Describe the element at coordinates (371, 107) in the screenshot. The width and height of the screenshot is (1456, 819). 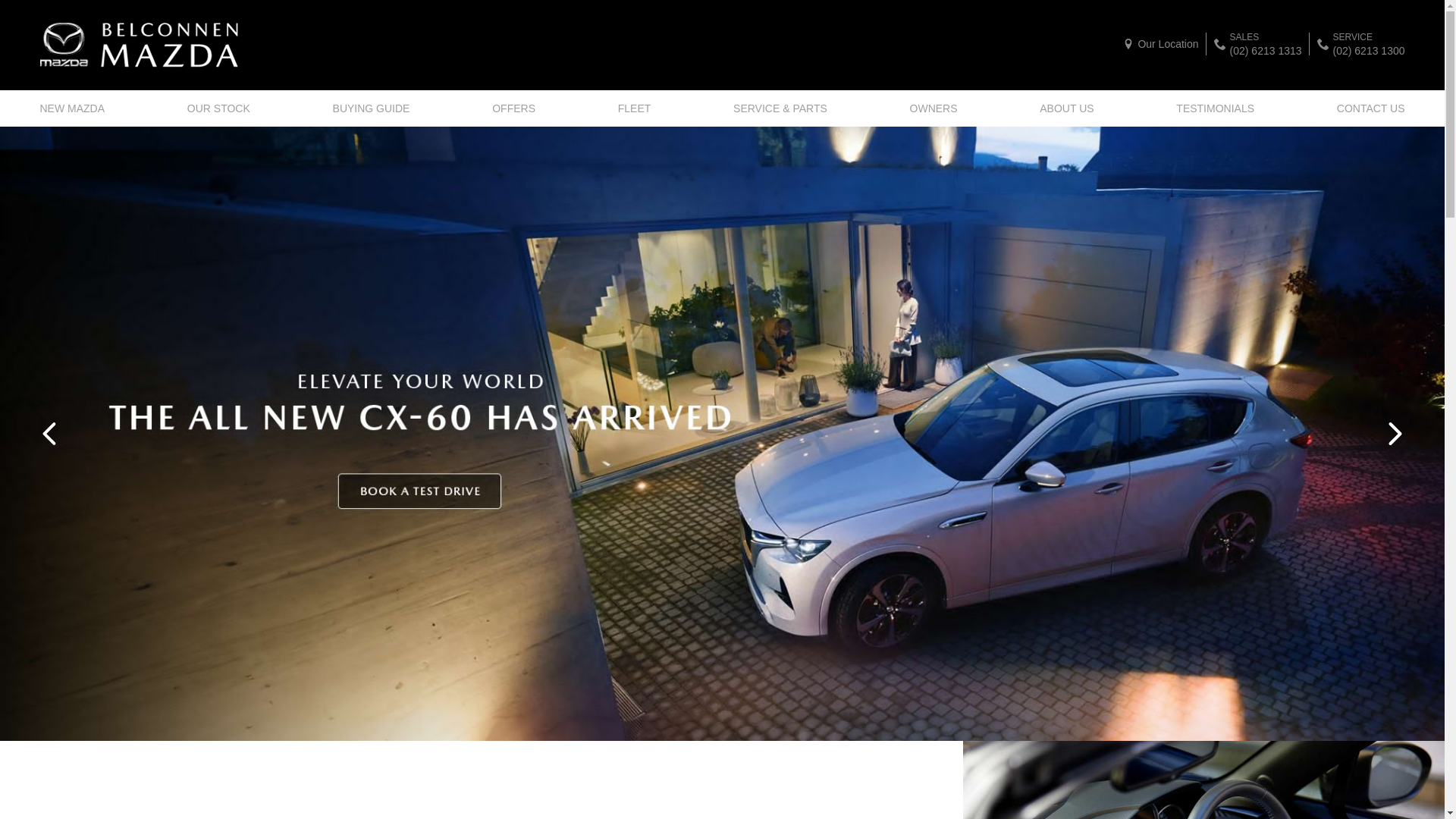
I see `'BUYING GUIDE'` at that location.